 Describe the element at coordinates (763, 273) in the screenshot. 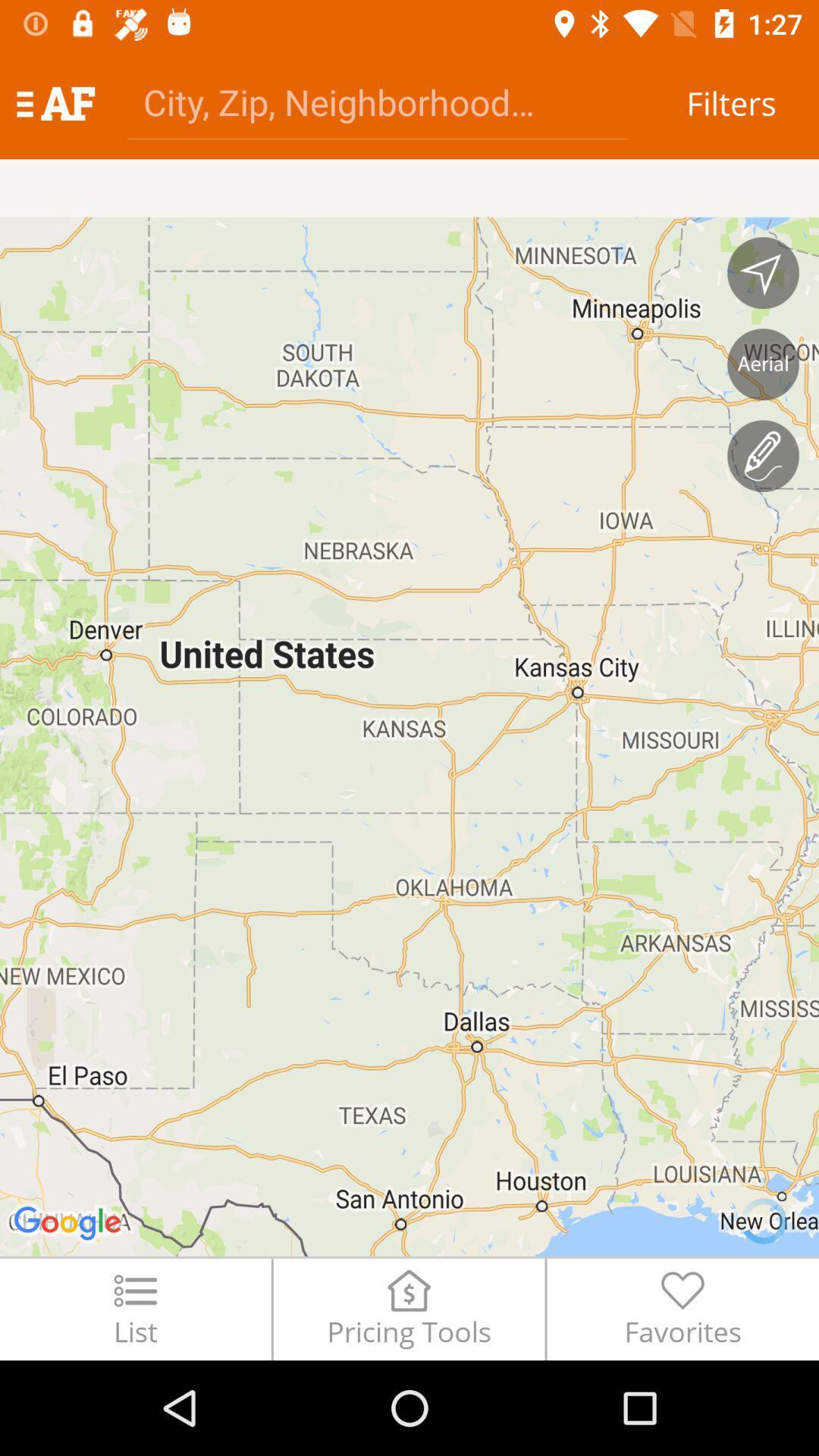

I see `navigation` at that location.